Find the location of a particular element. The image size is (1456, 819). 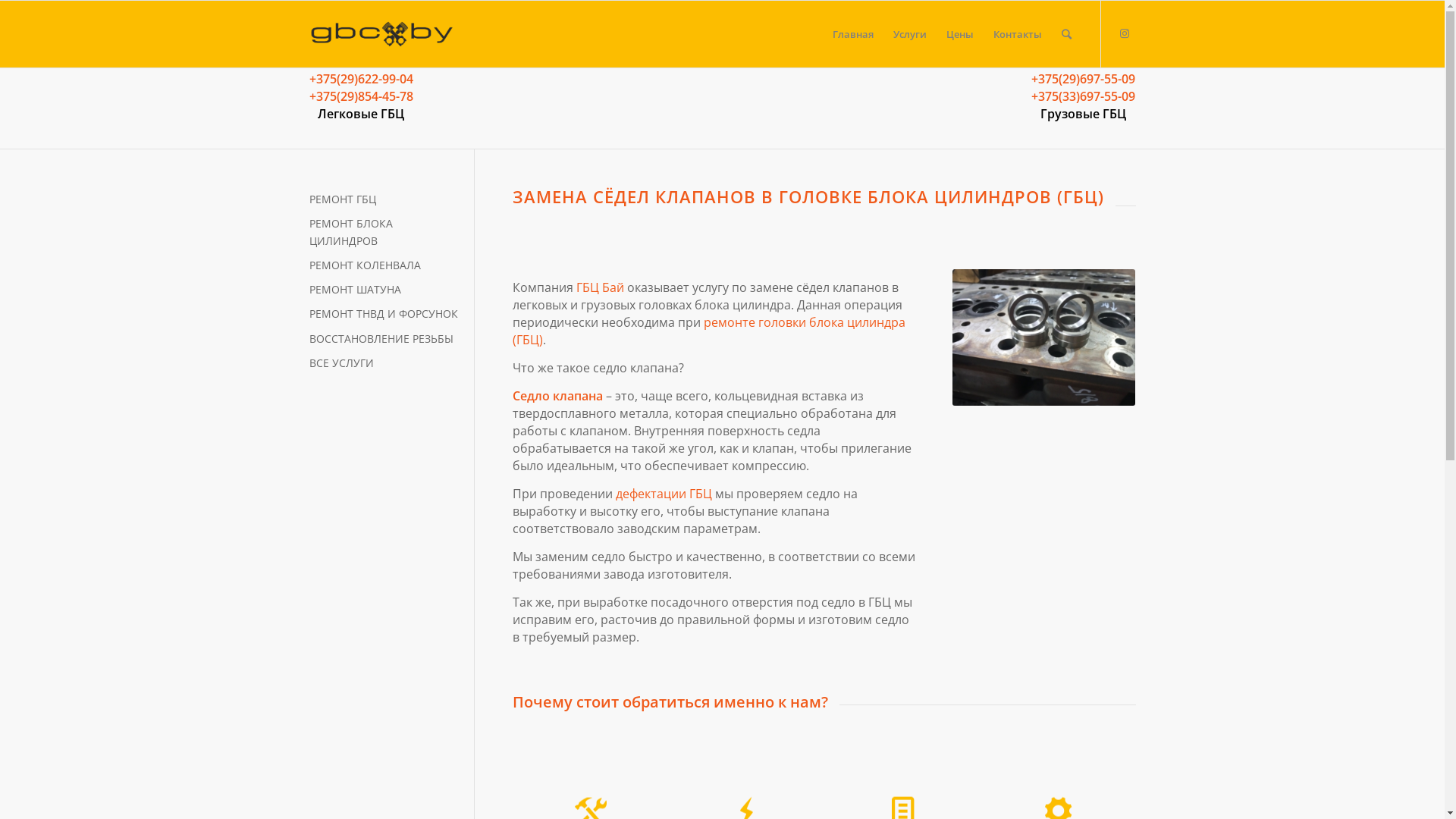

'+375(33)697-55-09' is located at coordinates (1031, 96).